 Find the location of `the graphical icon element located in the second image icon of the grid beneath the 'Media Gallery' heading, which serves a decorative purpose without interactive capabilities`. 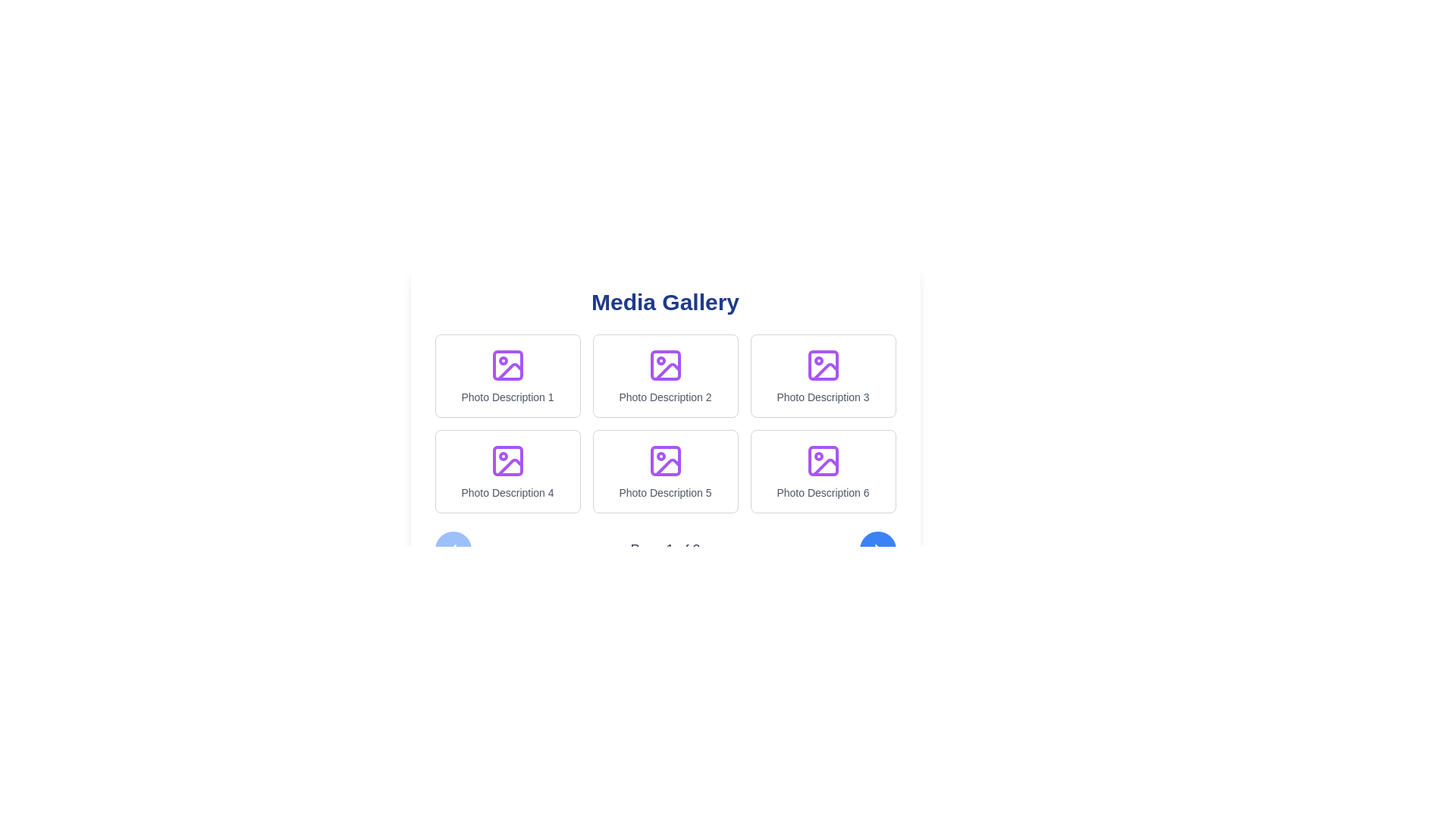

the graphical icon element located in the second image icon of the grid beneath the 'Media Gallery' heading, which serves a decorative purpose without interactive capabilities is located at coordinates (667, 372).